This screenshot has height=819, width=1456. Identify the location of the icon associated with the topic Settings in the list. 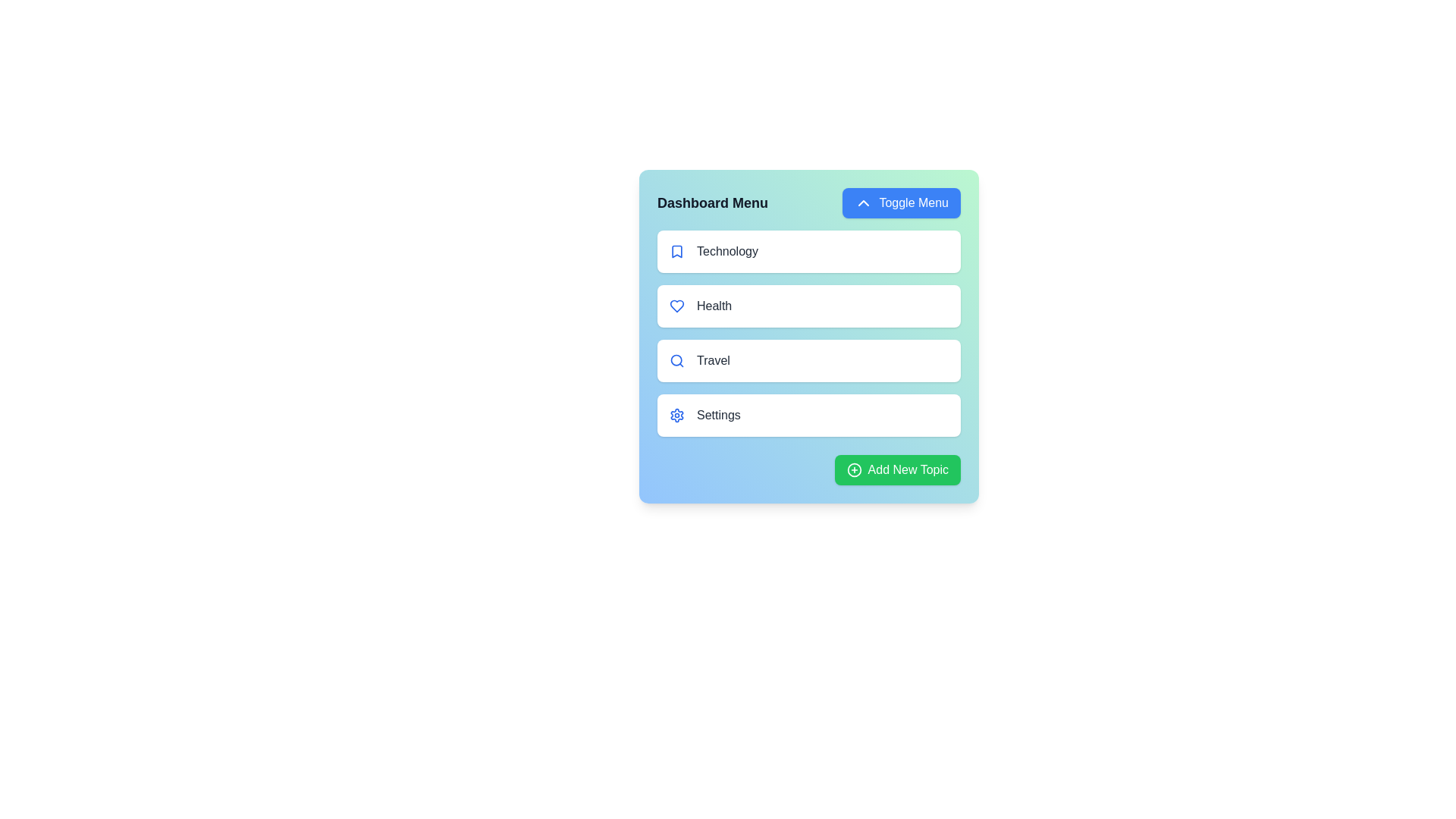
(676, 415).